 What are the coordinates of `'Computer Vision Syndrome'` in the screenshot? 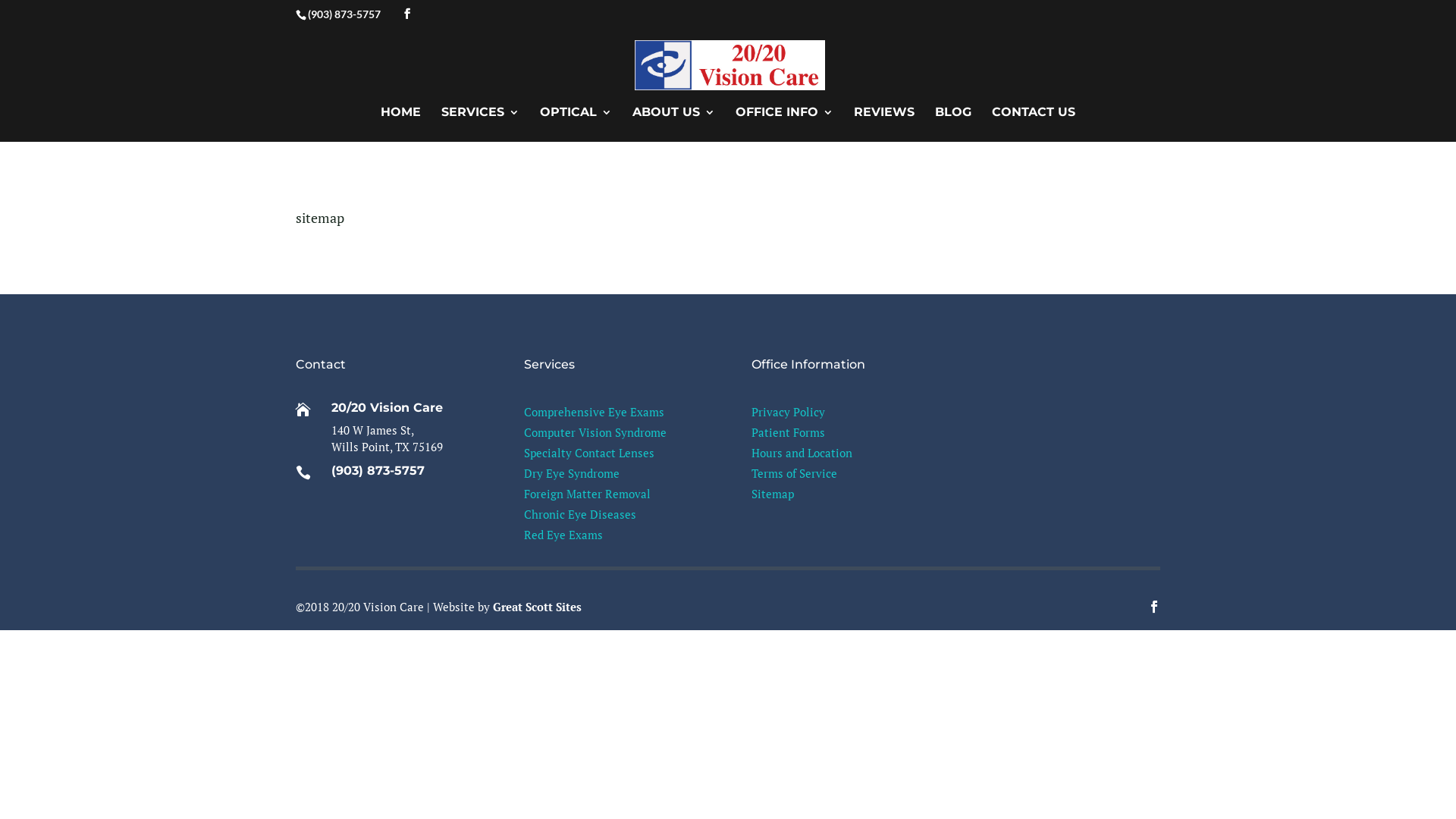 It's located at (595, 432).